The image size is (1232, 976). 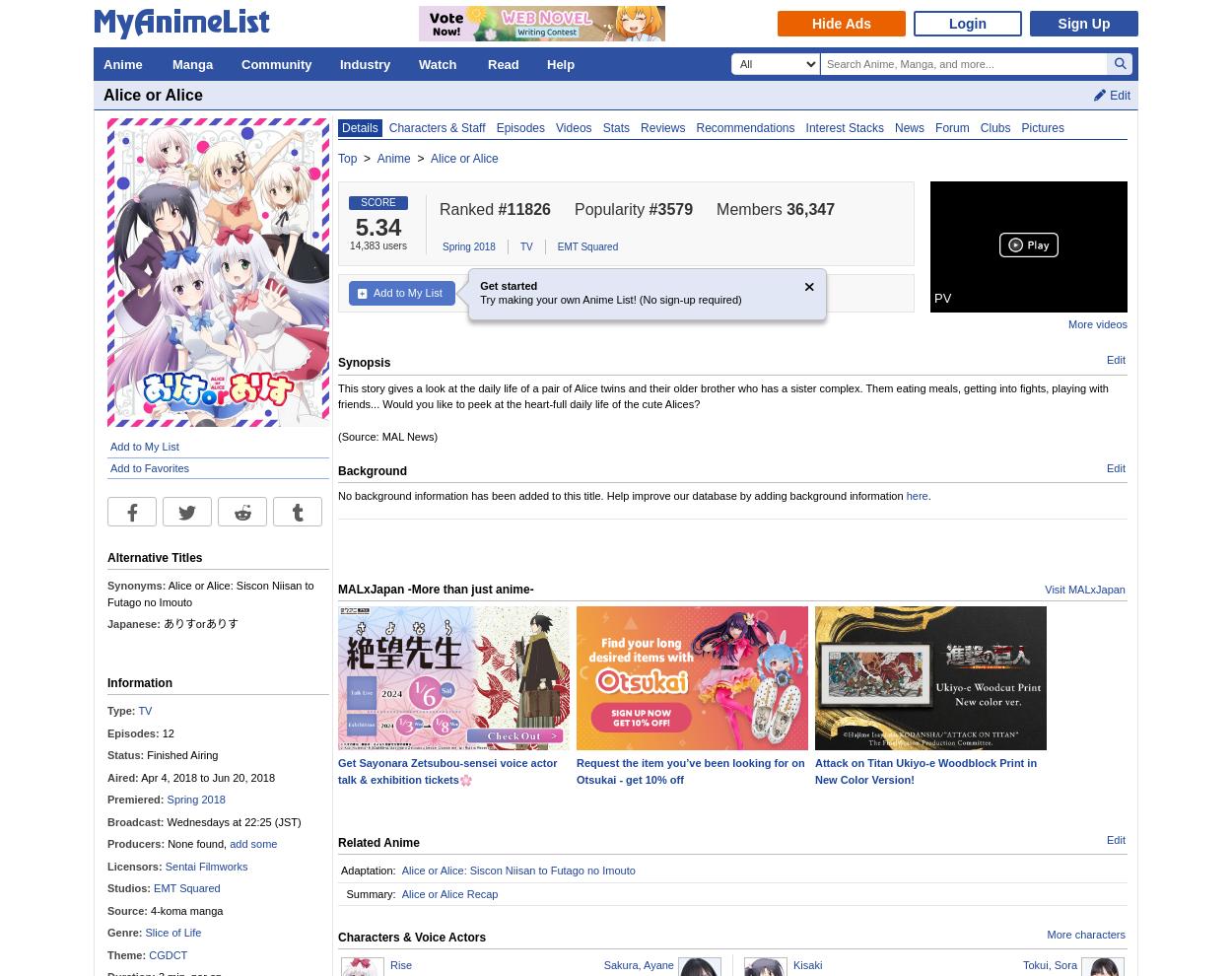 What do you see at coordinates (840, 22) in the screenshot?
I see `'Hide Ads'` at bounding box center [840, 22].